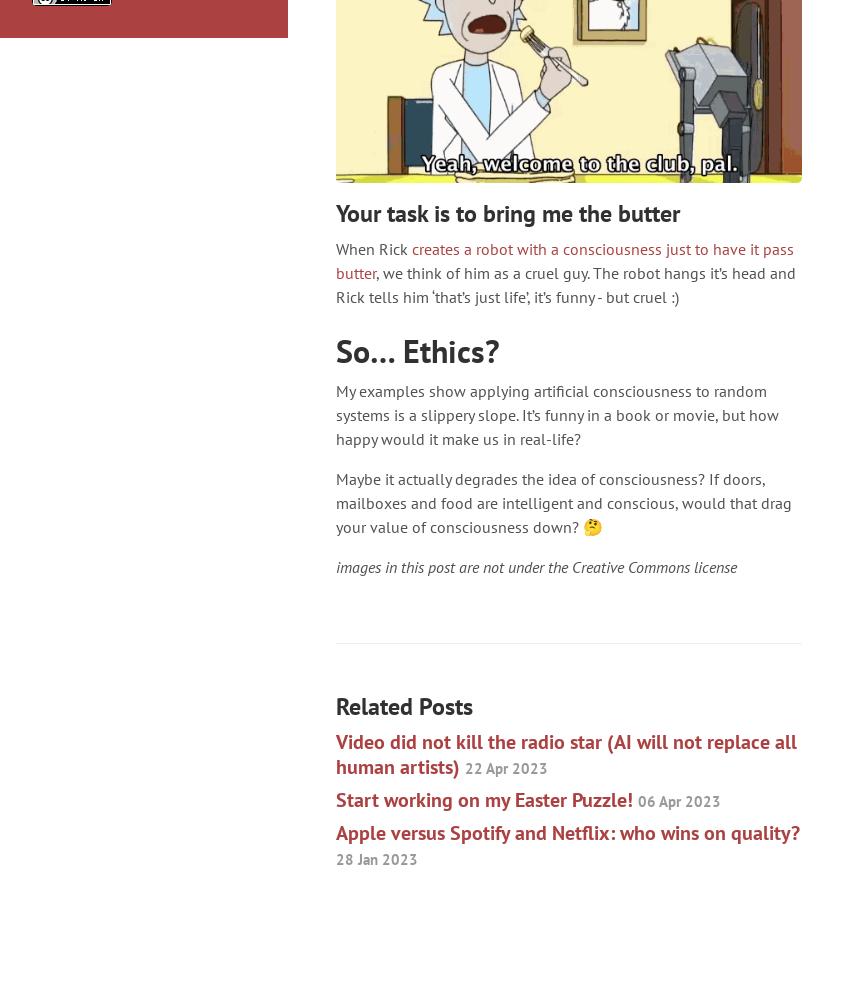 The width and height of the screenshot is (850, 981). What do you see at coordinates (507, 212) in the screenshot?
I see `'Your task is to bring me the butter'` at bounding box center [507, 212].